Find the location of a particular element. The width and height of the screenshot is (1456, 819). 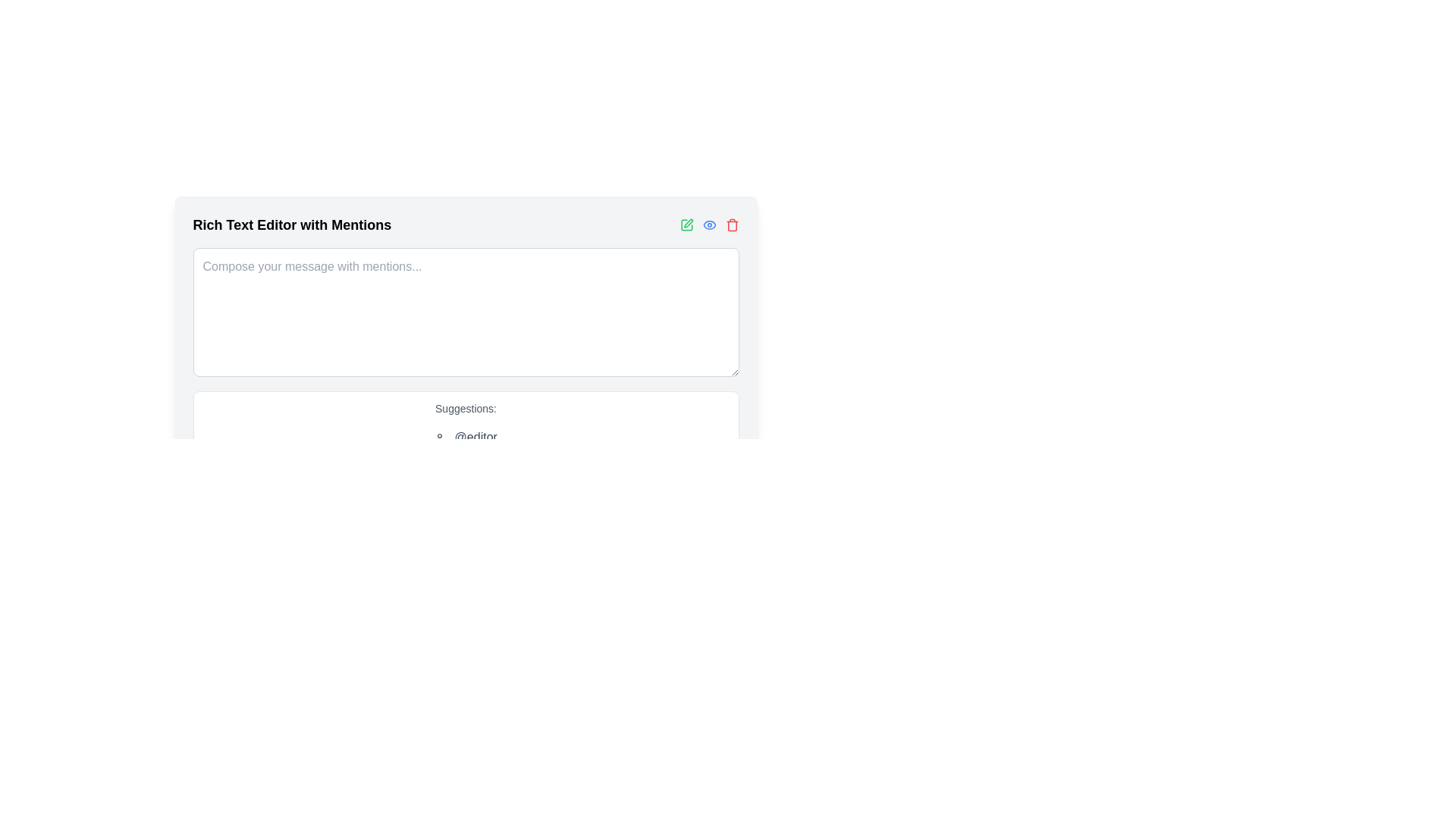

the pen icon located in the top-right corner of the interface is located at coordinates (687, 223).